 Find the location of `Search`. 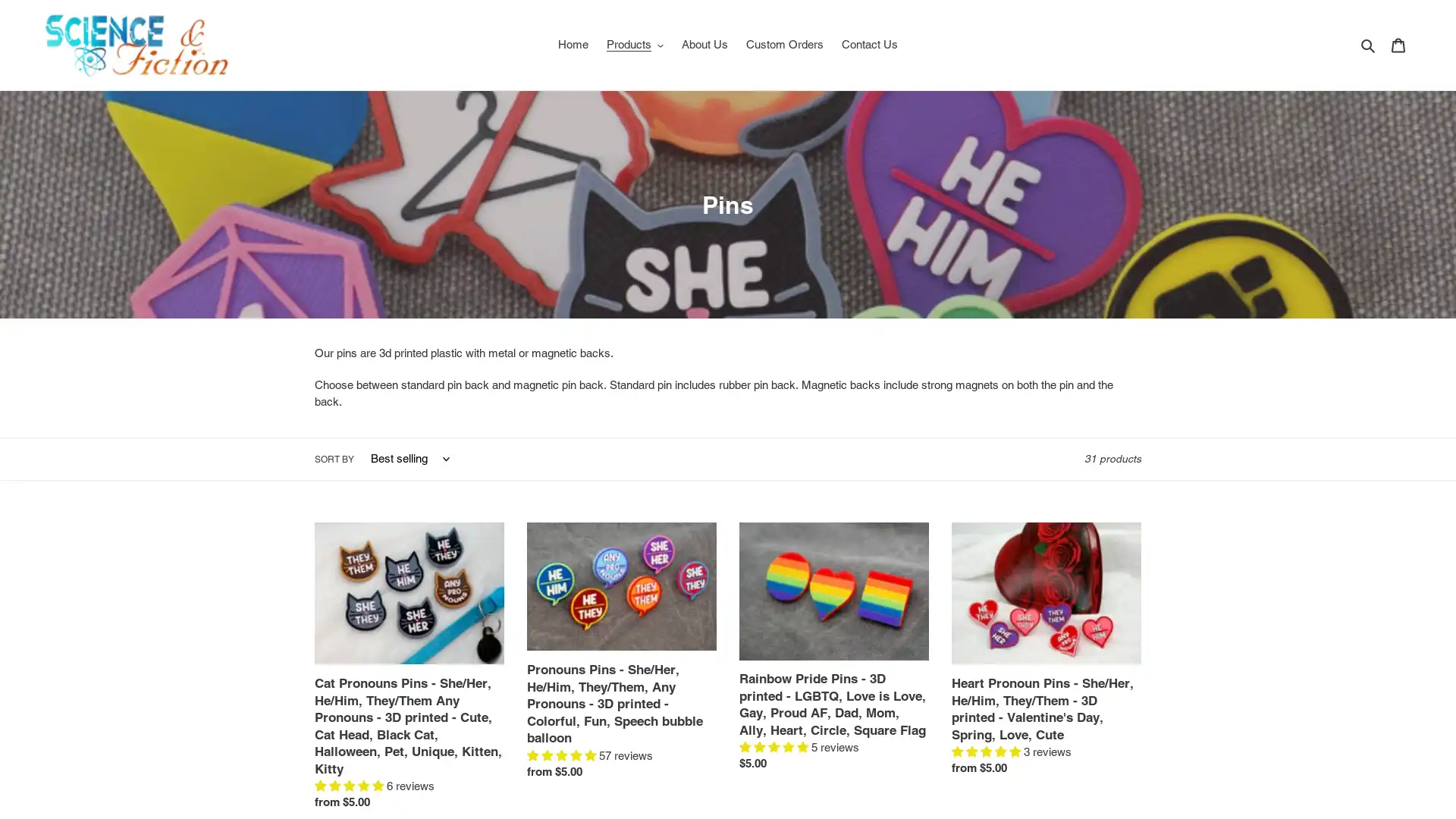

Search is located at coordinates (1369, 43).